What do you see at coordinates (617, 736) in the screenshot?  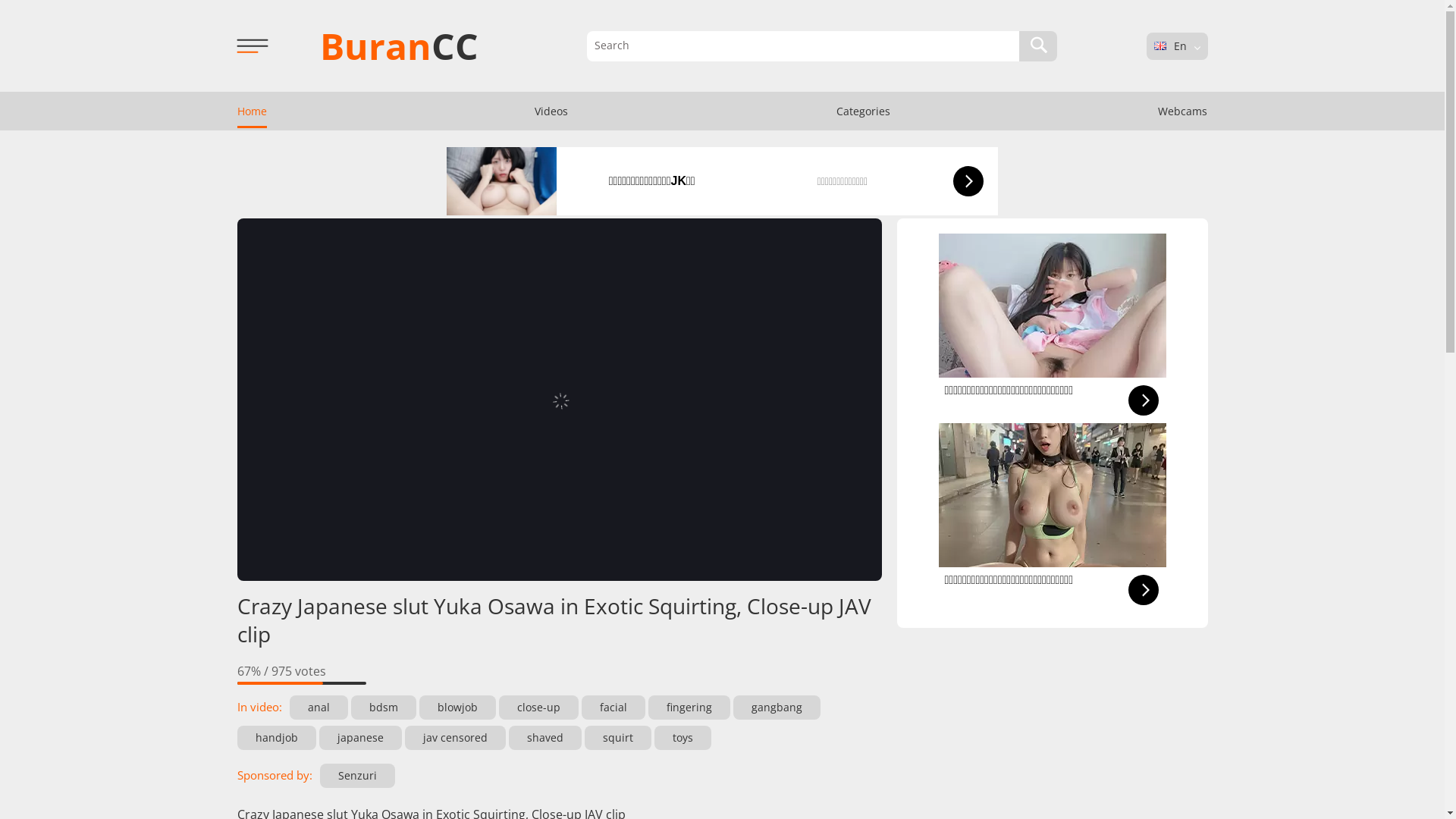 I see `'squirt'` at bounding box center [617, 736].